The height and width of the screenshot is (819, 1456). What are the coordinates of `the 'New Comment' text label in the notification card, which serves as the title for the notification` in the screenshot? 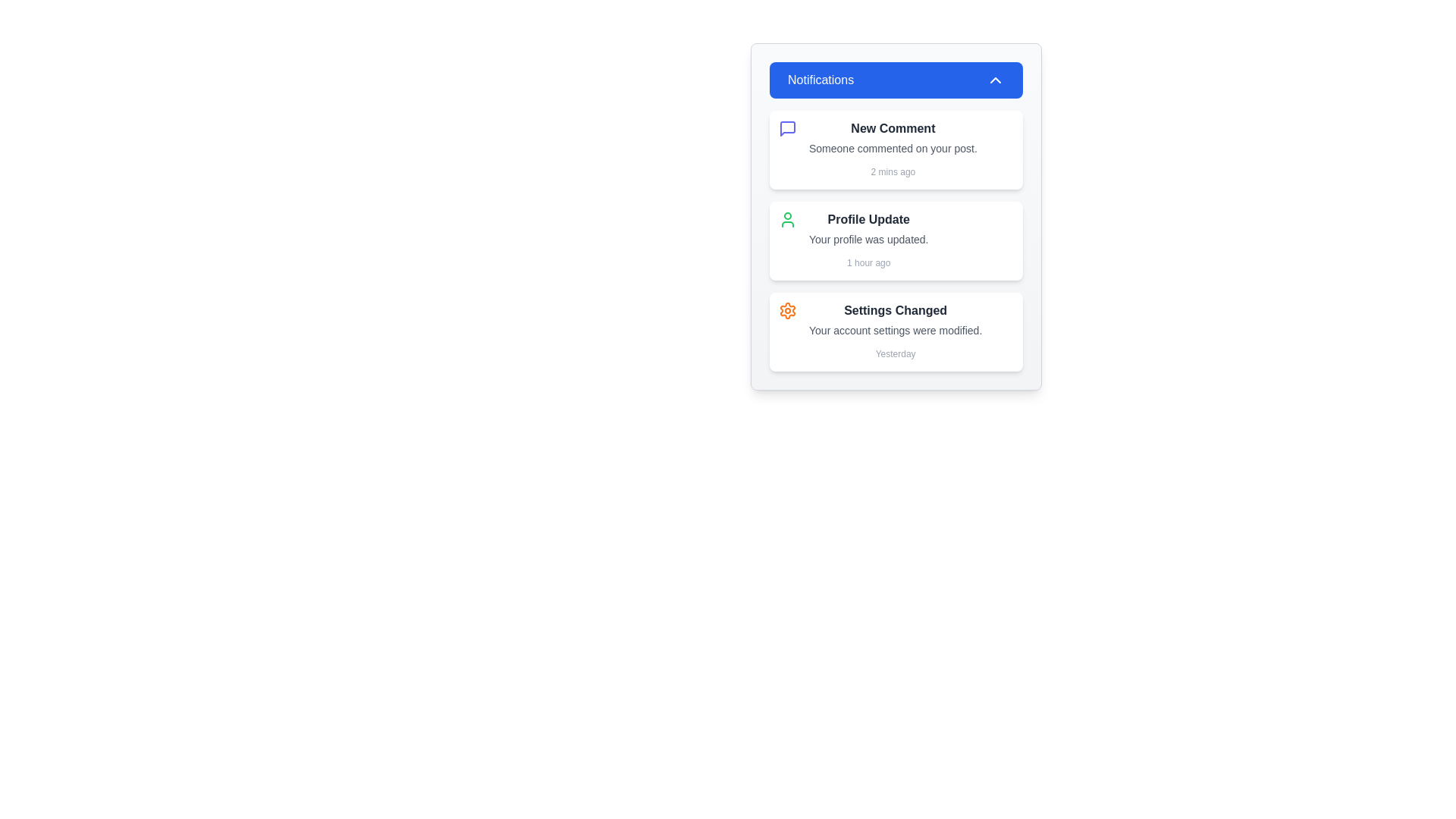 It's located at (893, 127).